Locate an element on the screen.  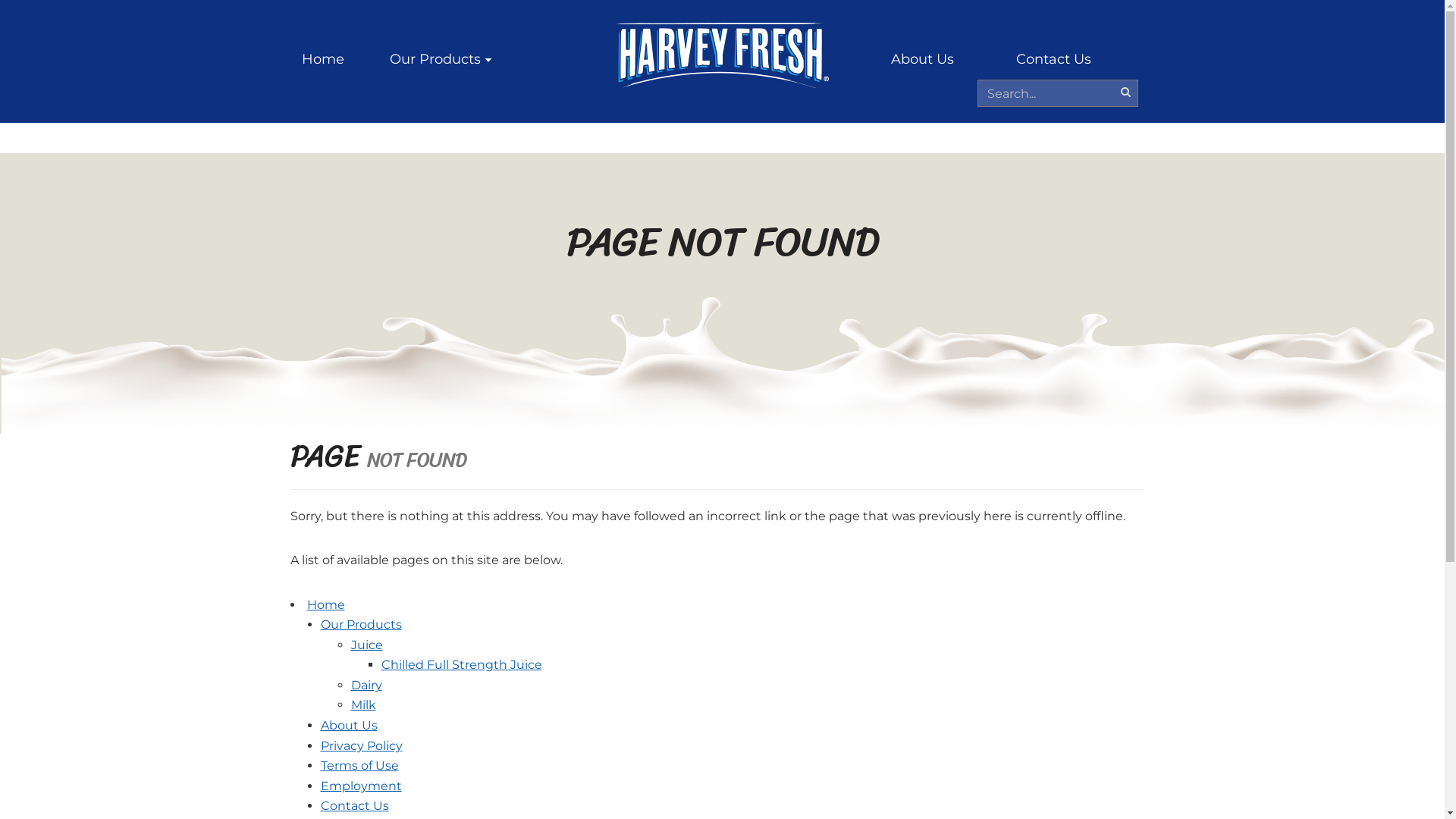
'Chilled Full Strength Juice' is located at coordinates (460, 664).